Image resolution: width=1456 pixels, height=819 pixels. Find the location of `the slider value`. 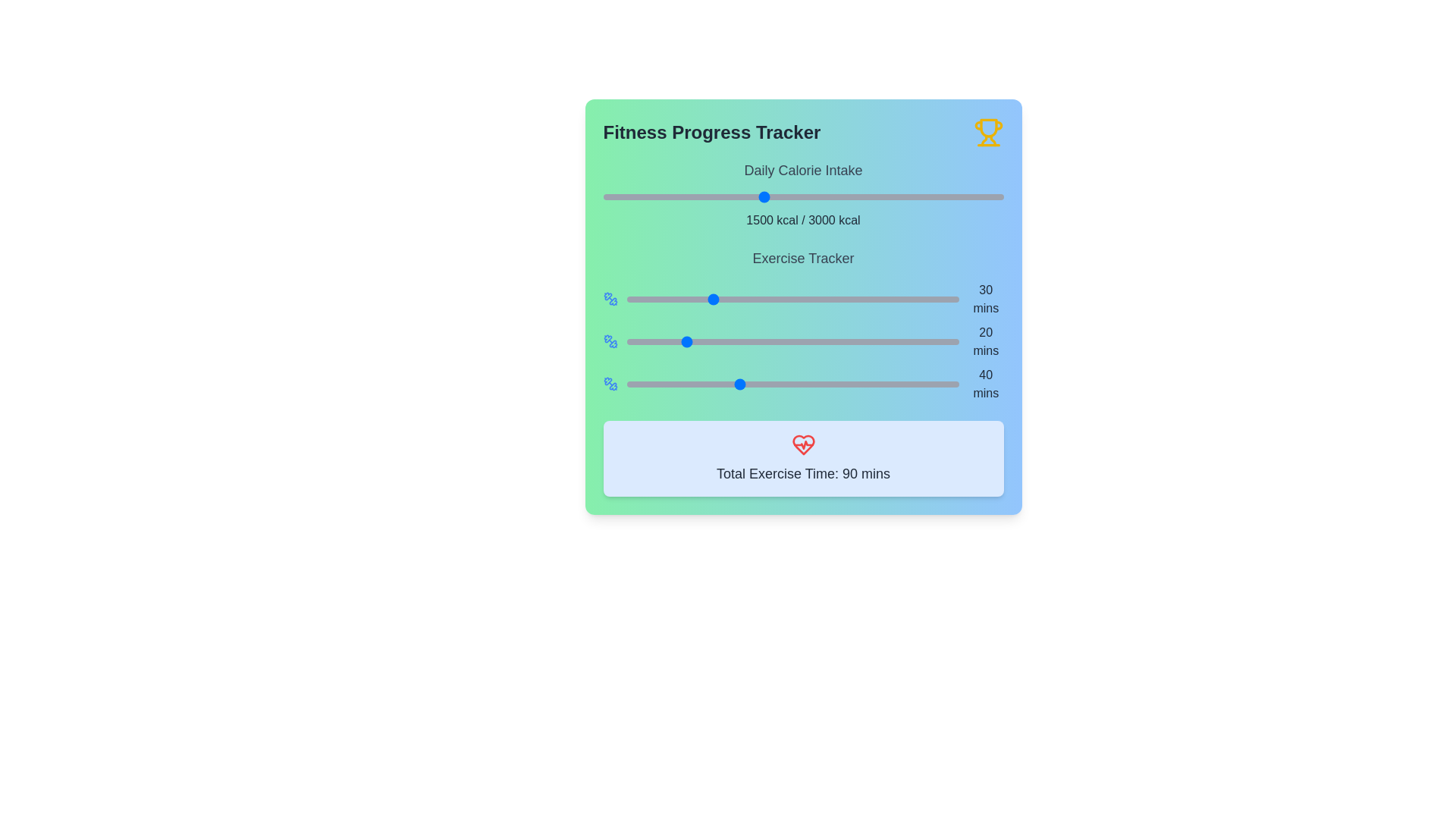

the slider value is located at coordinates (839, 342).